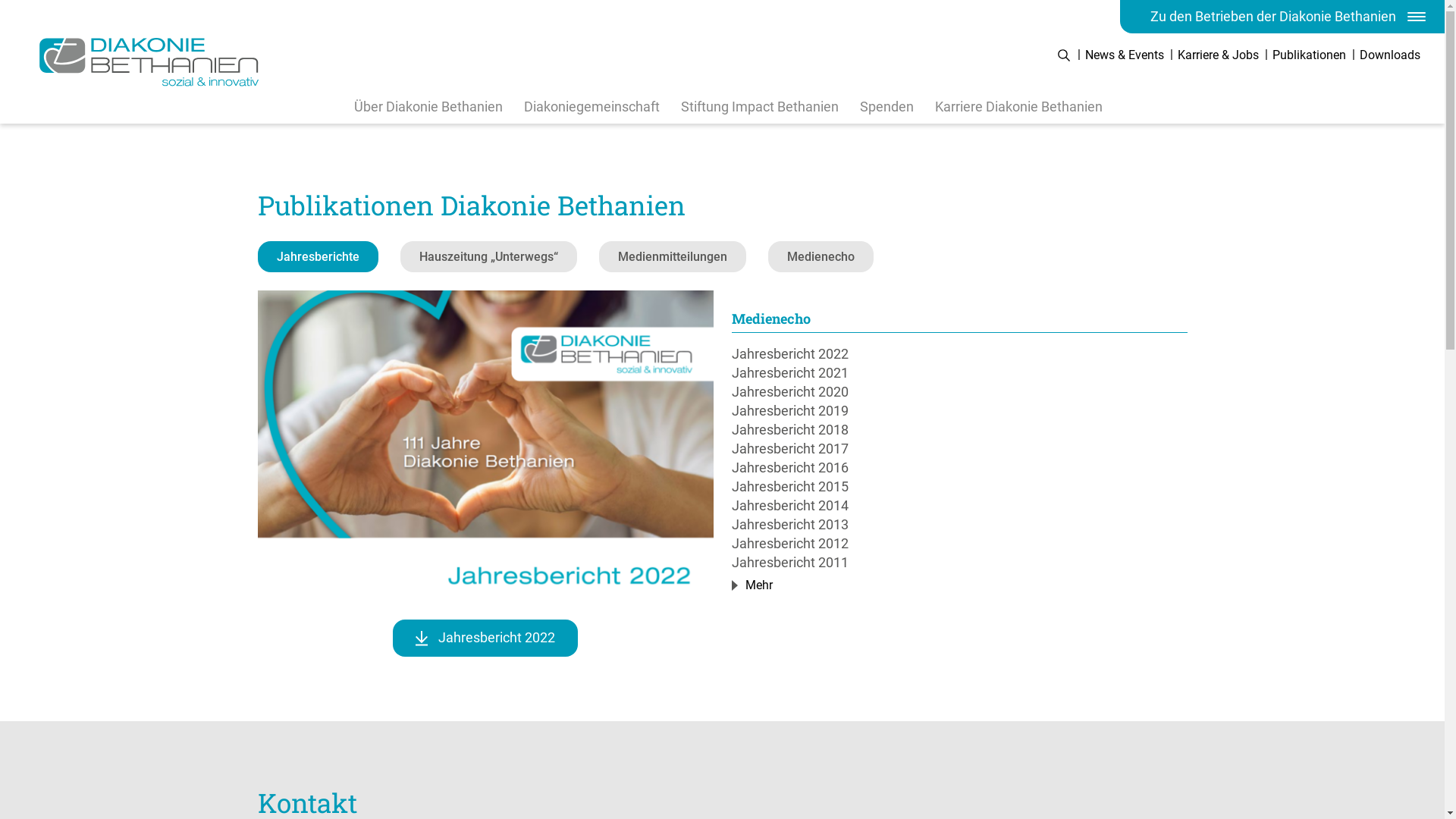 The image size is (1456, 819). I want to click on 'Jahresbericht 2022', so click(484, 638).